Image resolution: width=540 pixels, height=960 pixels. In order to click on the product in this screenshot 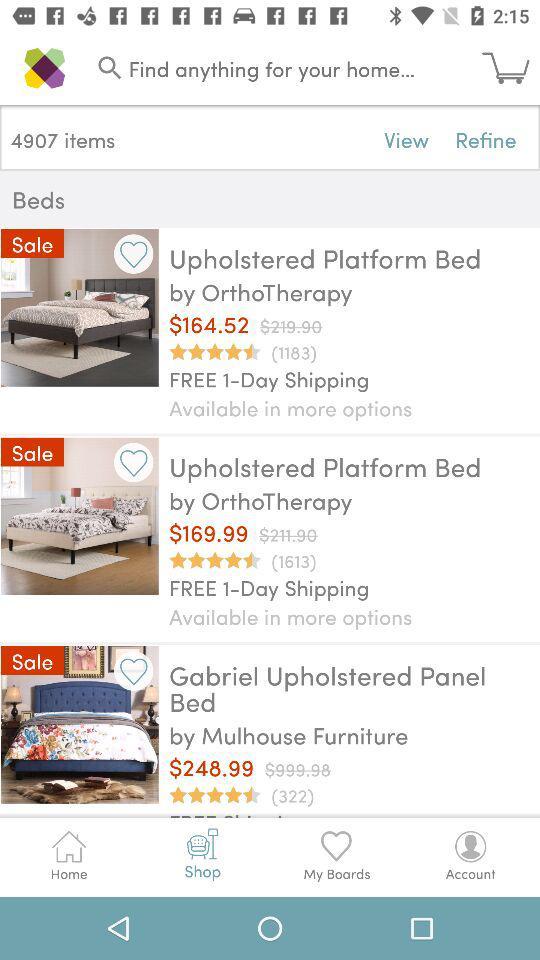, I will do `click(133, 671)`.